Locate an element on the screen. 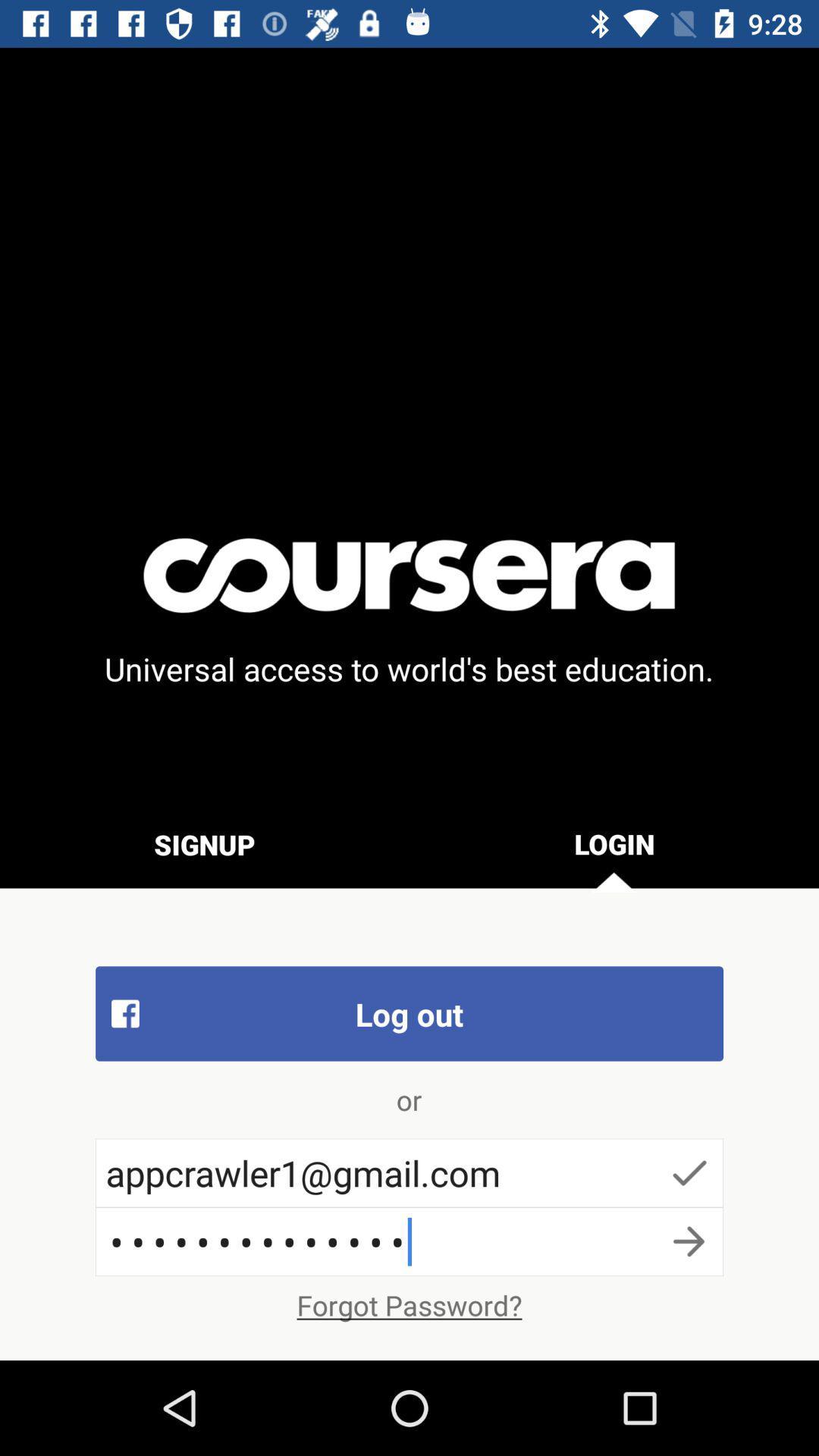 This screenshot has height=1456, width=819. the item below appcrawler1@gmail.com is located at coordinates (409, 1241).